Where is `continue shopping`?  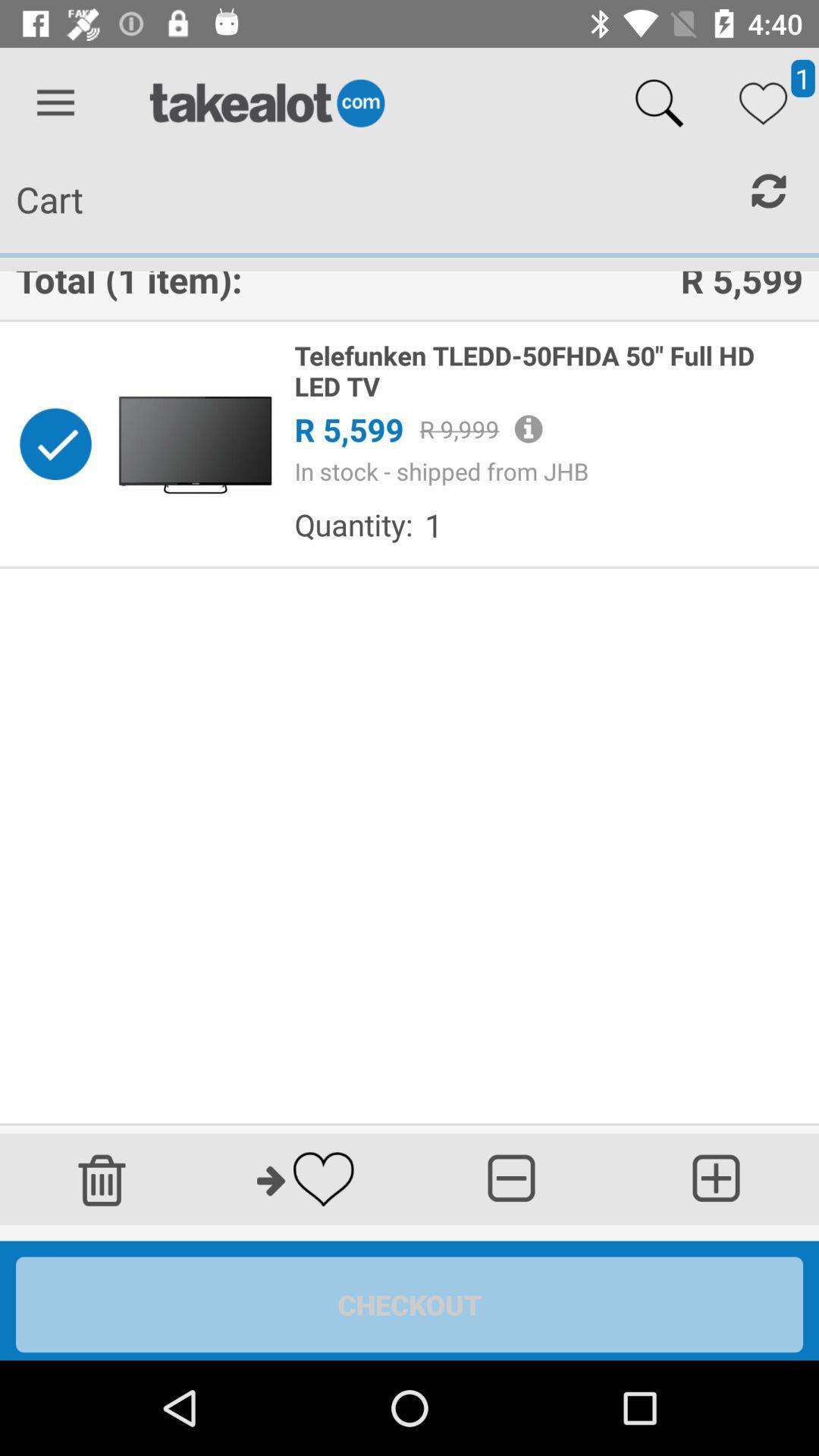 continue shopping is located at coordinates (409, 1304).